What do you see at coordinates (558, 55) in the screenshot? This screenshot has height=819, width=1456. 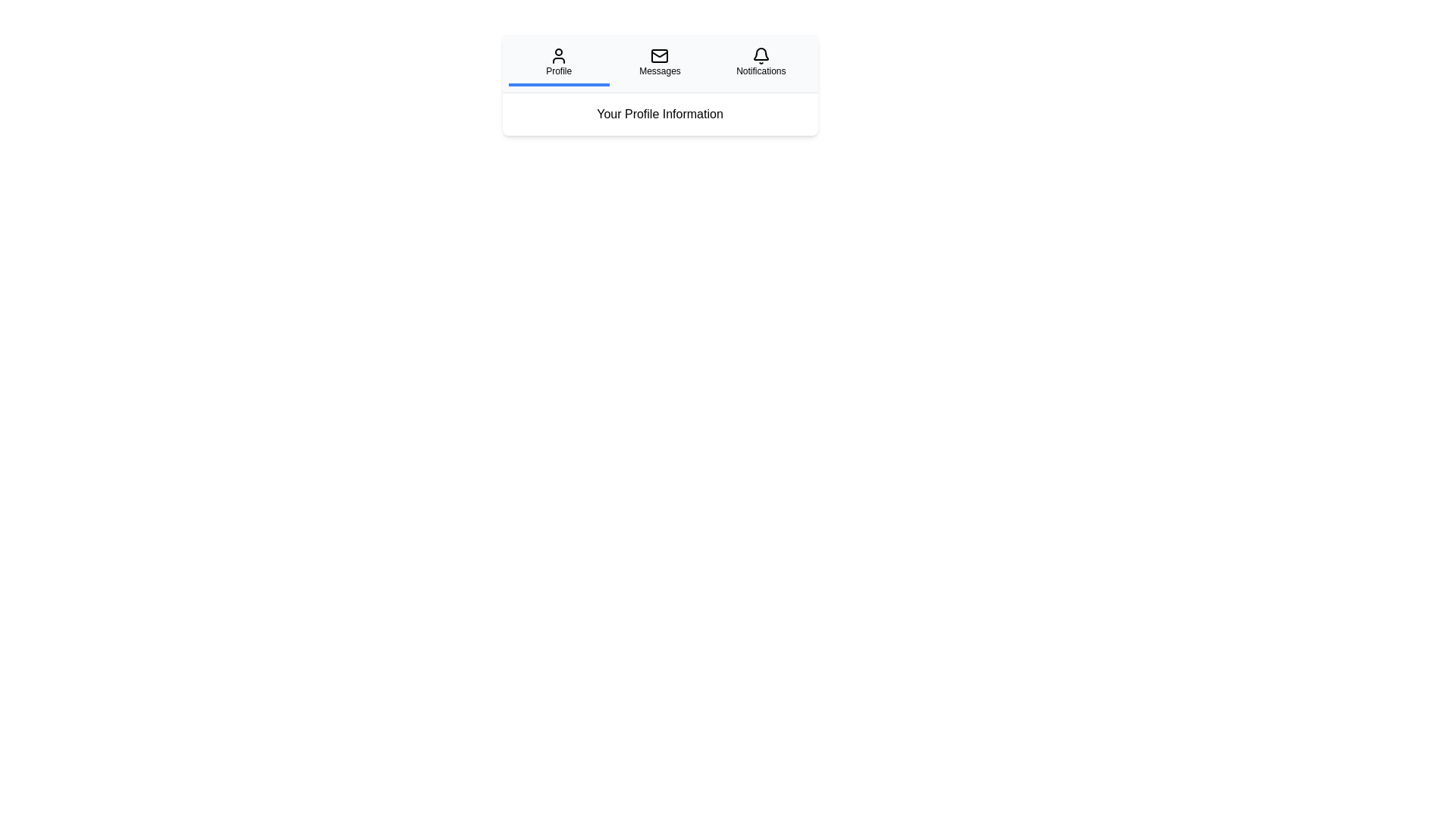 I see `the user icon representing the 'Profile' tab, which is a simplistic black human figure located above the 'Profile' label in the navigation bar` at bounding box center [558, 55].